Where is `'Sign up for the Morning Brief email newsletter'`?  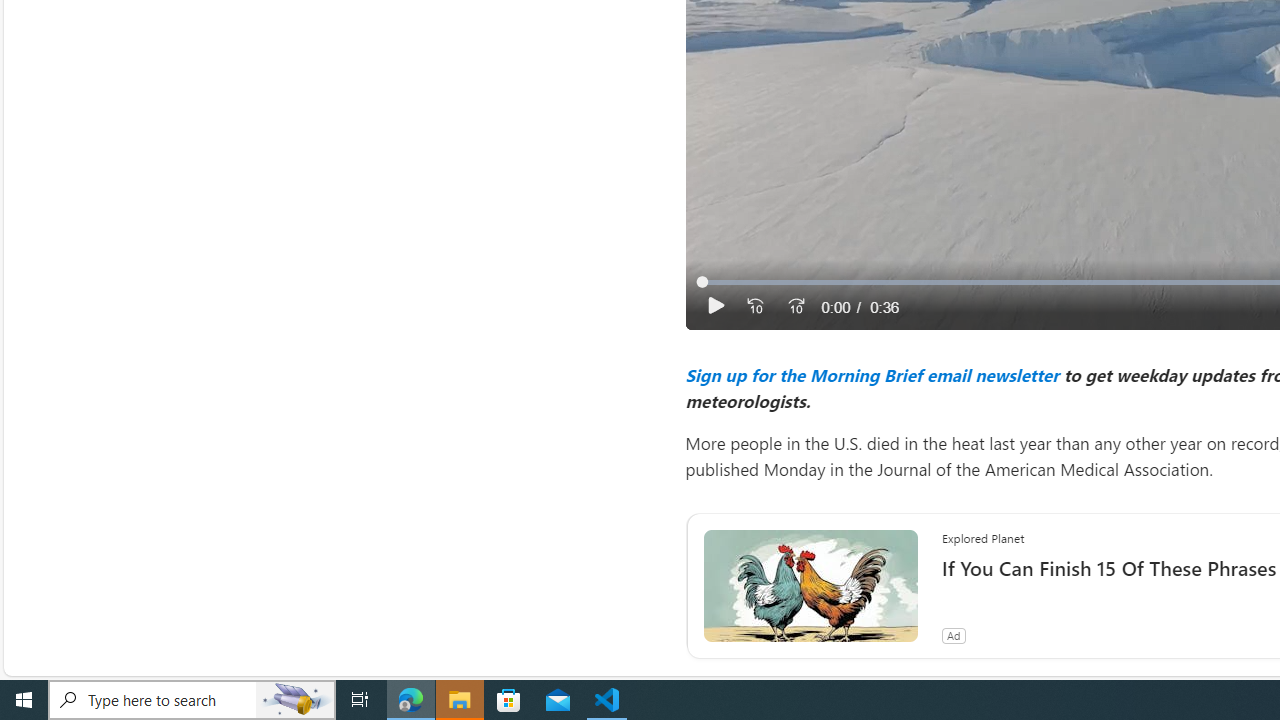
'Sign up for the Morning Brief email newsletter' is located at coordinates (871, 374).